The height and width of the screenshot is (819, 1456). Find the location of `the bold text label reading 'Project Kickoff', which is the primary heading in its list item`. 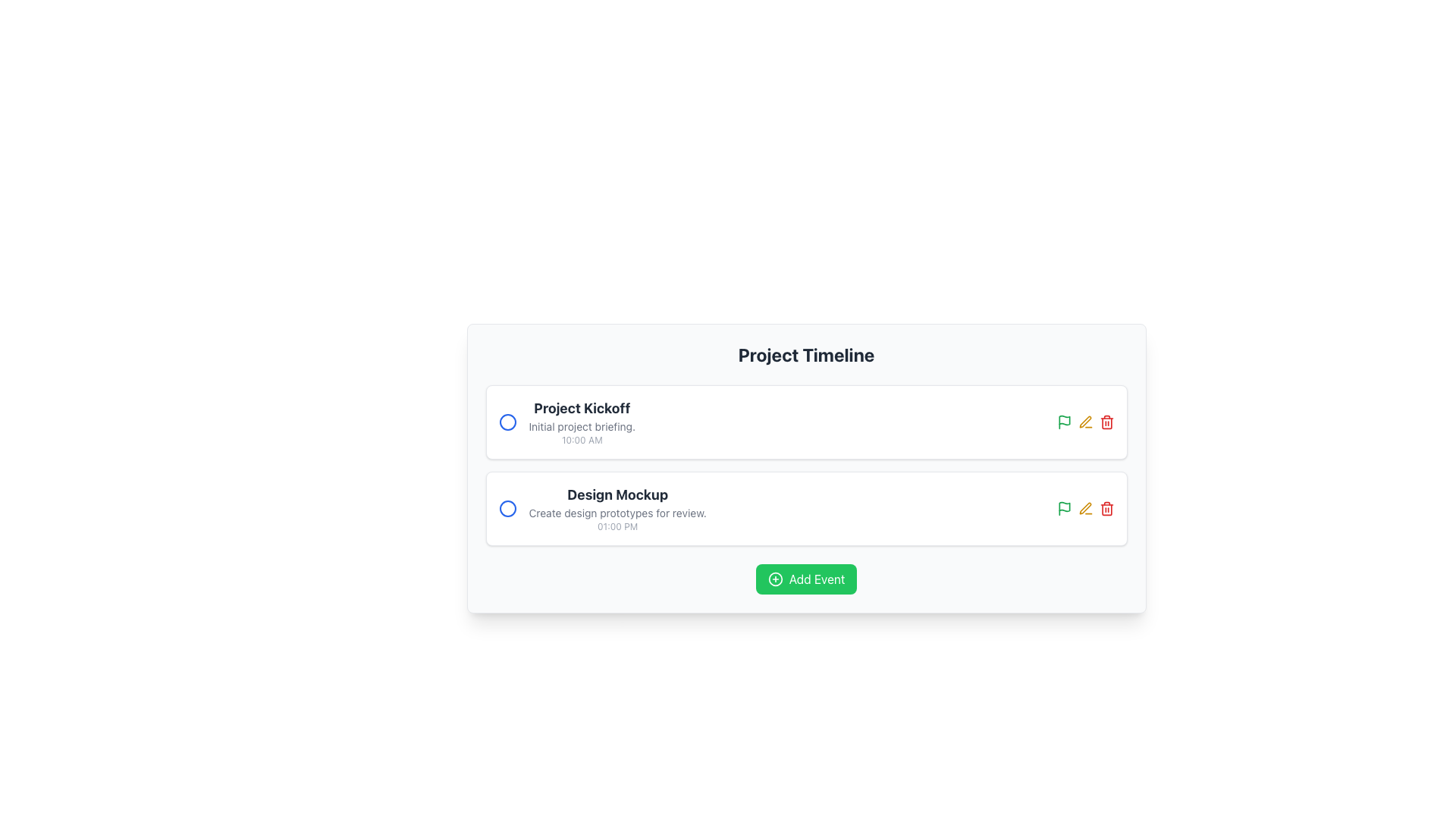

the bold text label reading 'Project Kickoff', which is the primary heading in its list item is located at coordinates (581, 408).